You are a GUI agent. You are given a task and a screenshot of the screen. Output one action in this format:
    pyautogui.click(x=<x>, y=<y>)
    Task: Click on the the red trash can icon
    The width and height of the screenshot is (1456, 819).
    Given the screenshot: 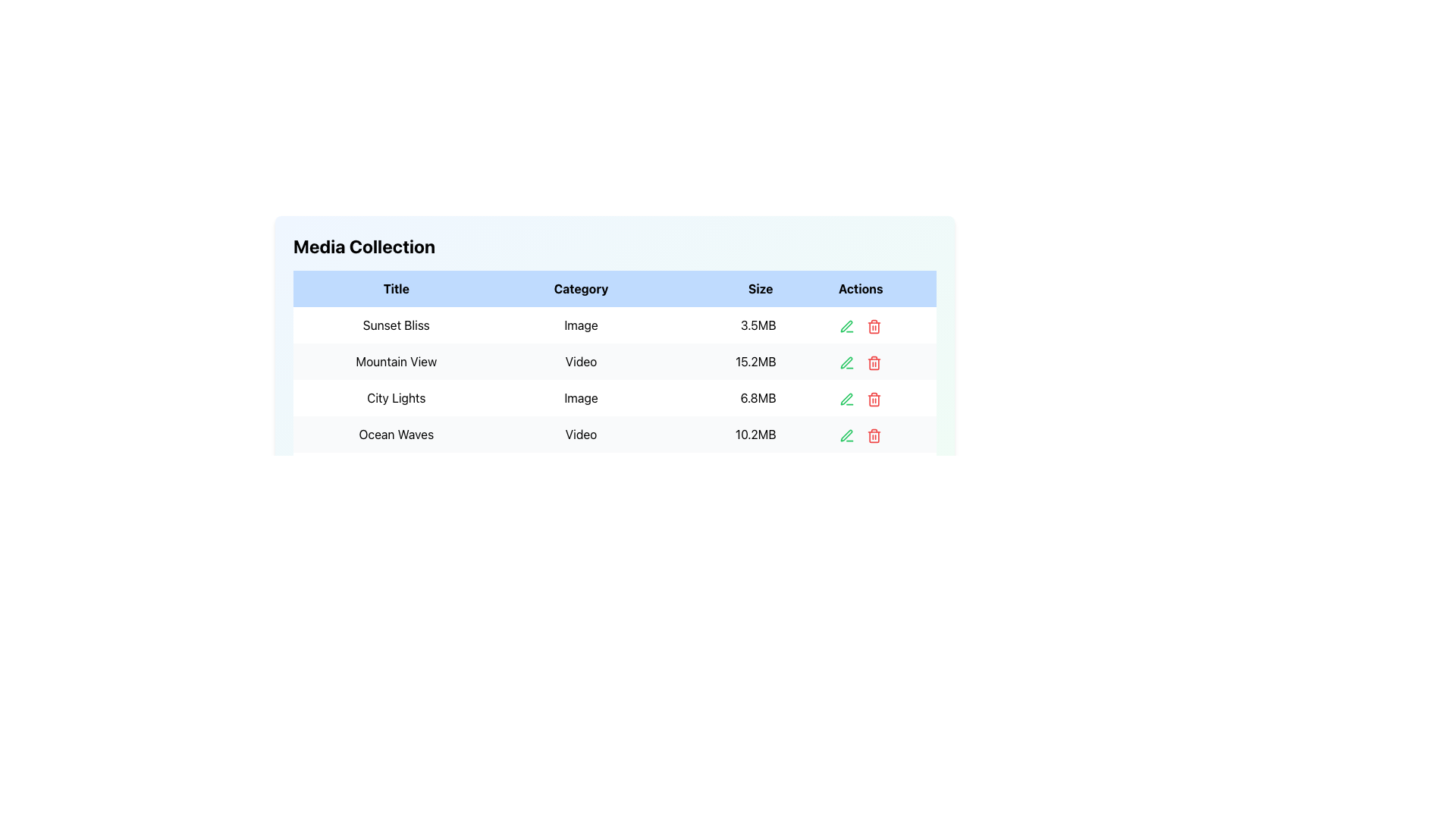 What is the action you would take?
    pyautogui.click(x=874, y=362)
    